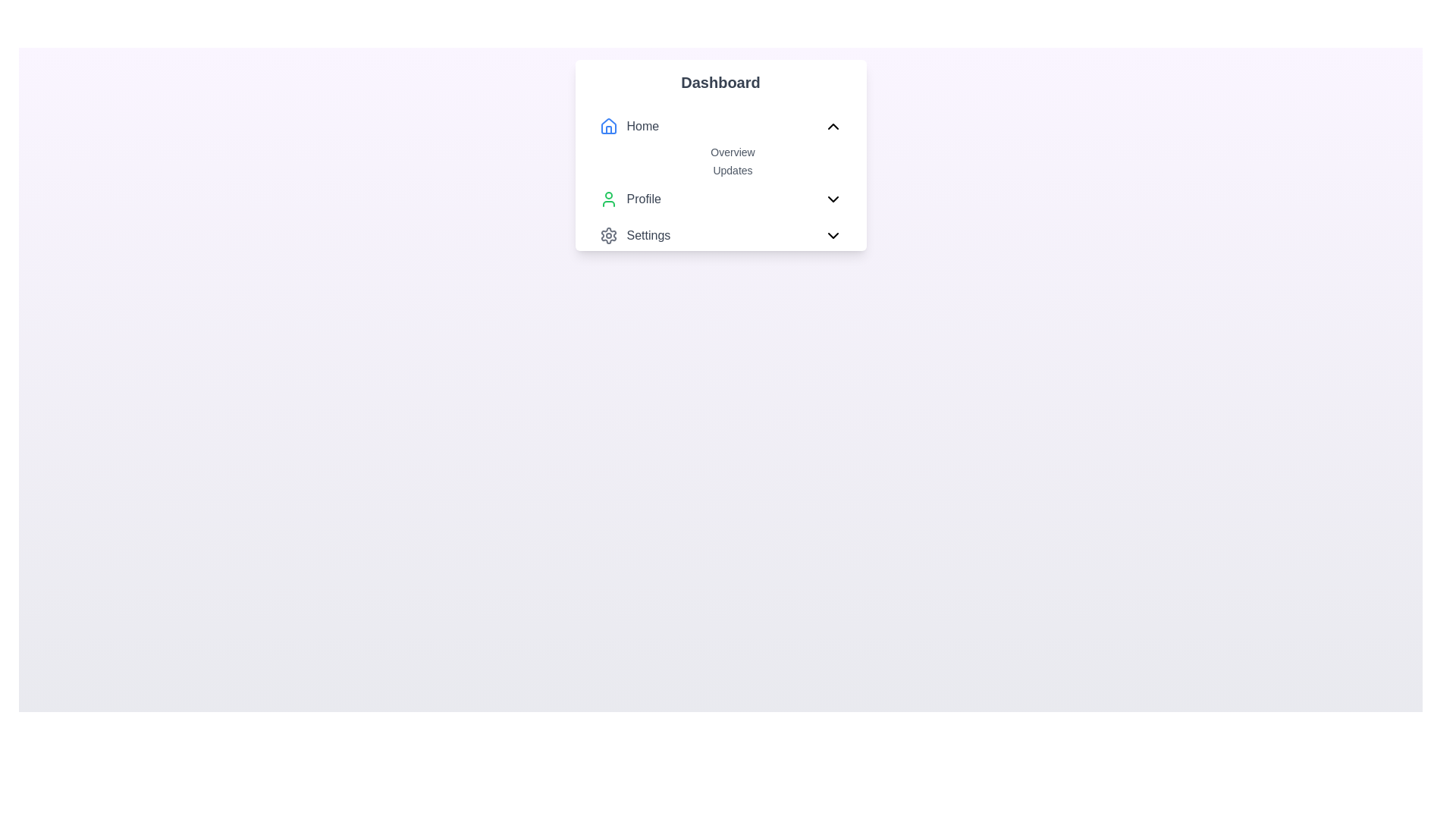 This screenshot has height=819, width=1456. What do you see at coordinates (832, 236) in the screenshot?
I see `the black downward-pointing chevron icon with rounded edges, located at the far right of the 'Settings' label in the Dashboard section` at bounding box center [832, 236].